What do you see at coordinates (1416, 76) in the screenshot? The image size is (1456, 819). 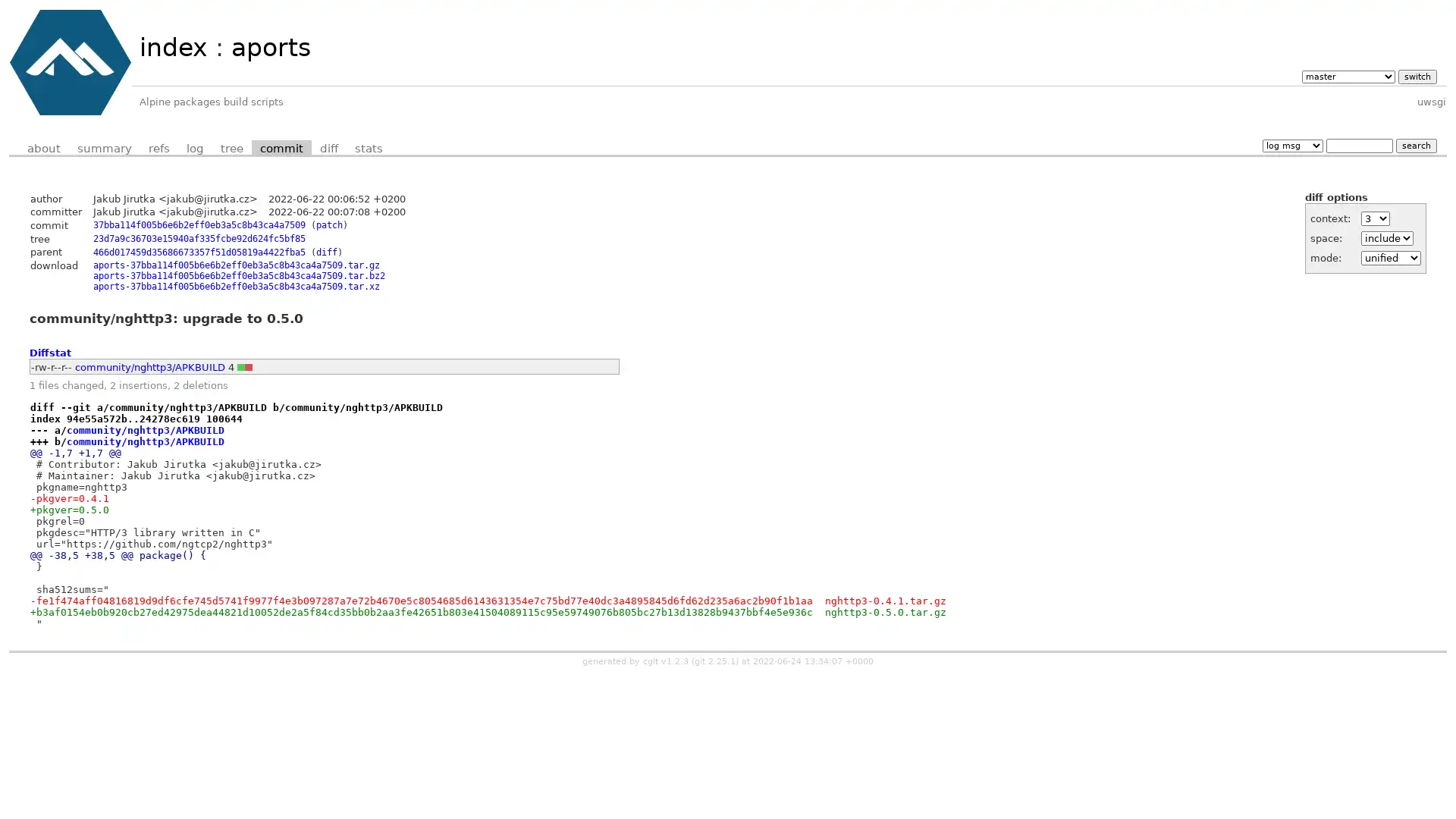 I see `switch` at bounding box center [1416, 76].